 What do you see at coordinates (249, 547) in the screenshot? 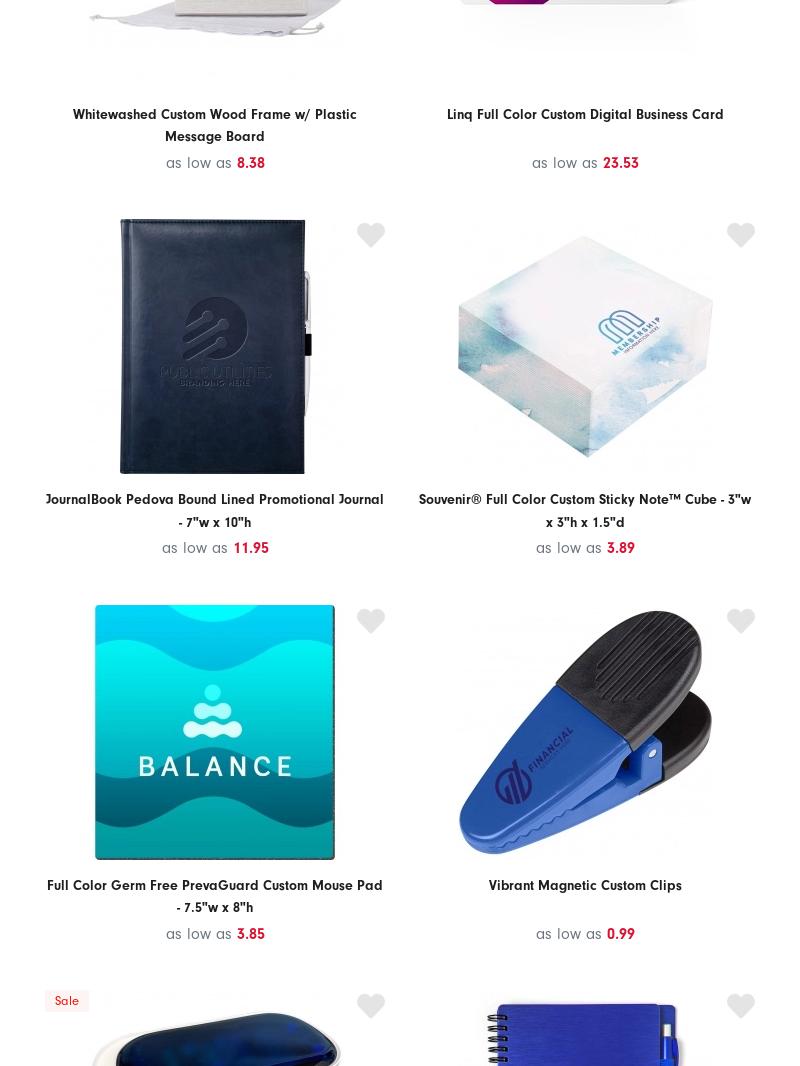
I see `'11.95'` at bounding box center [249, 547].